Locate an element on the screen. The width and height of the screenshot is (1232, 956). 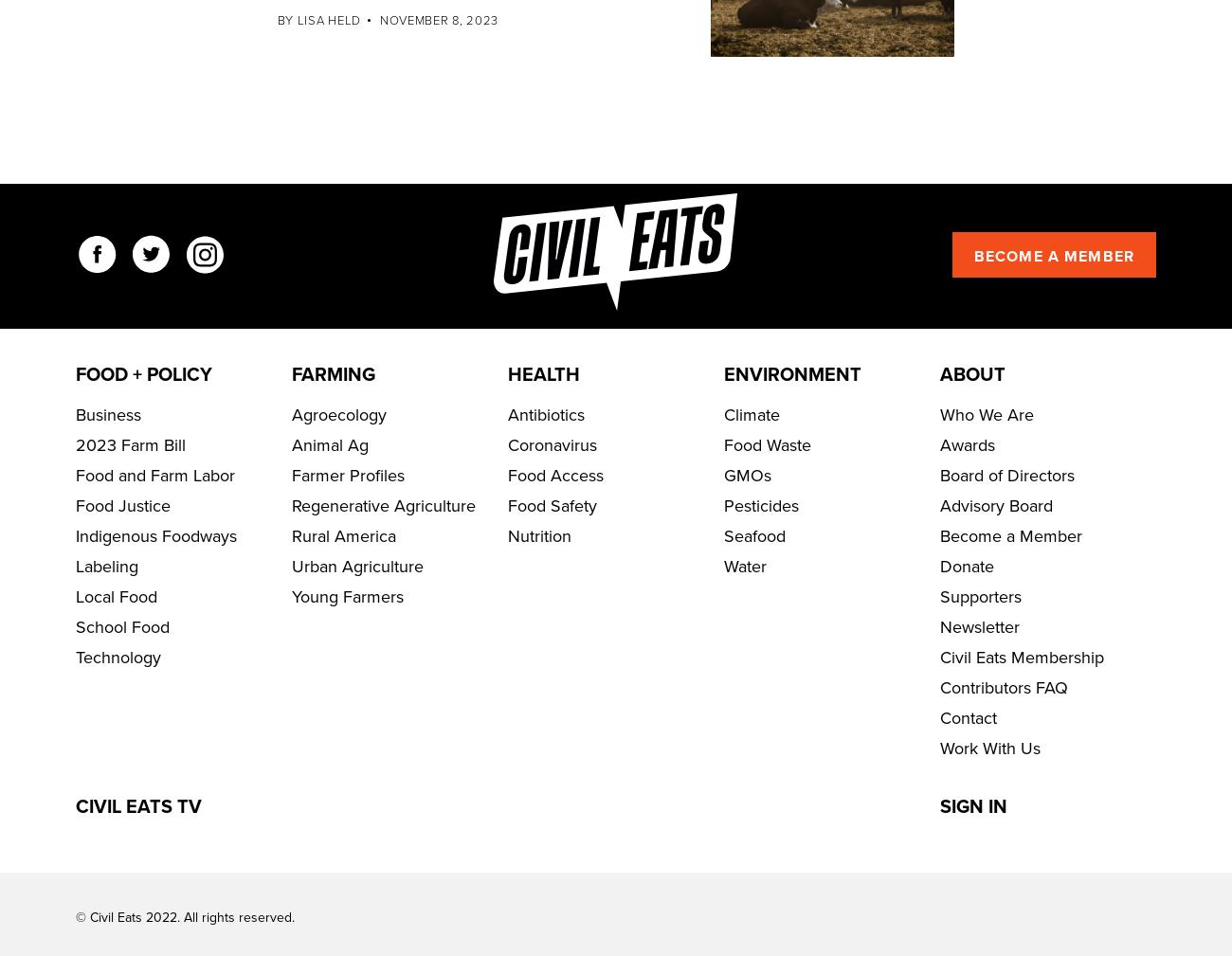
'Antibiotics' is located at coordinates (545, 471).